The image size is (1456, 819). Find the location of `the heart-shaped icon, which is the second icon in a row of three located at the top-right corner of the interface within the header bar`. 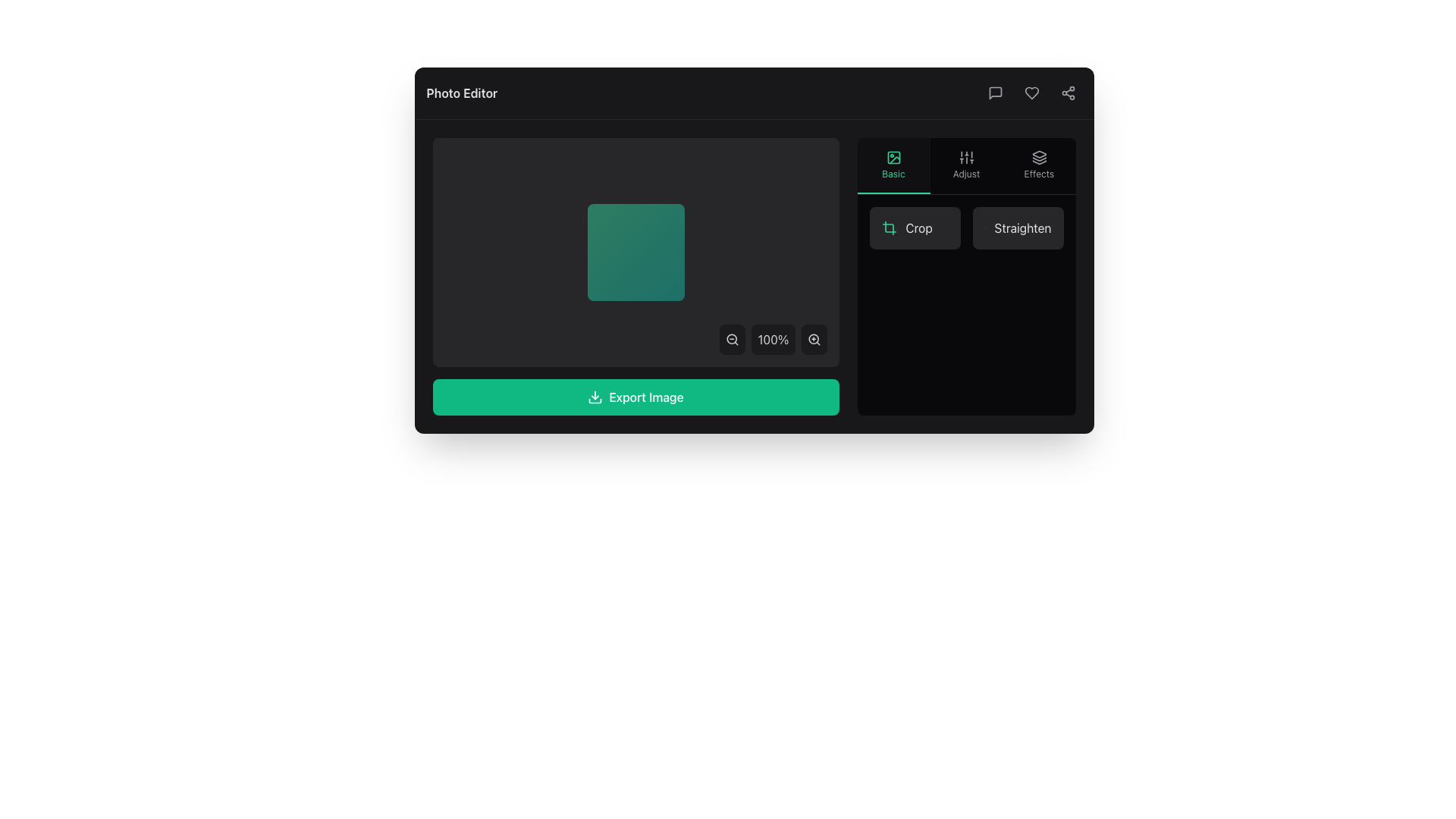

the heart-shaped icon, which is the second icon in a row of three located at the top-right corner of the interface within the header bar is located at coordinates (1031, 93).